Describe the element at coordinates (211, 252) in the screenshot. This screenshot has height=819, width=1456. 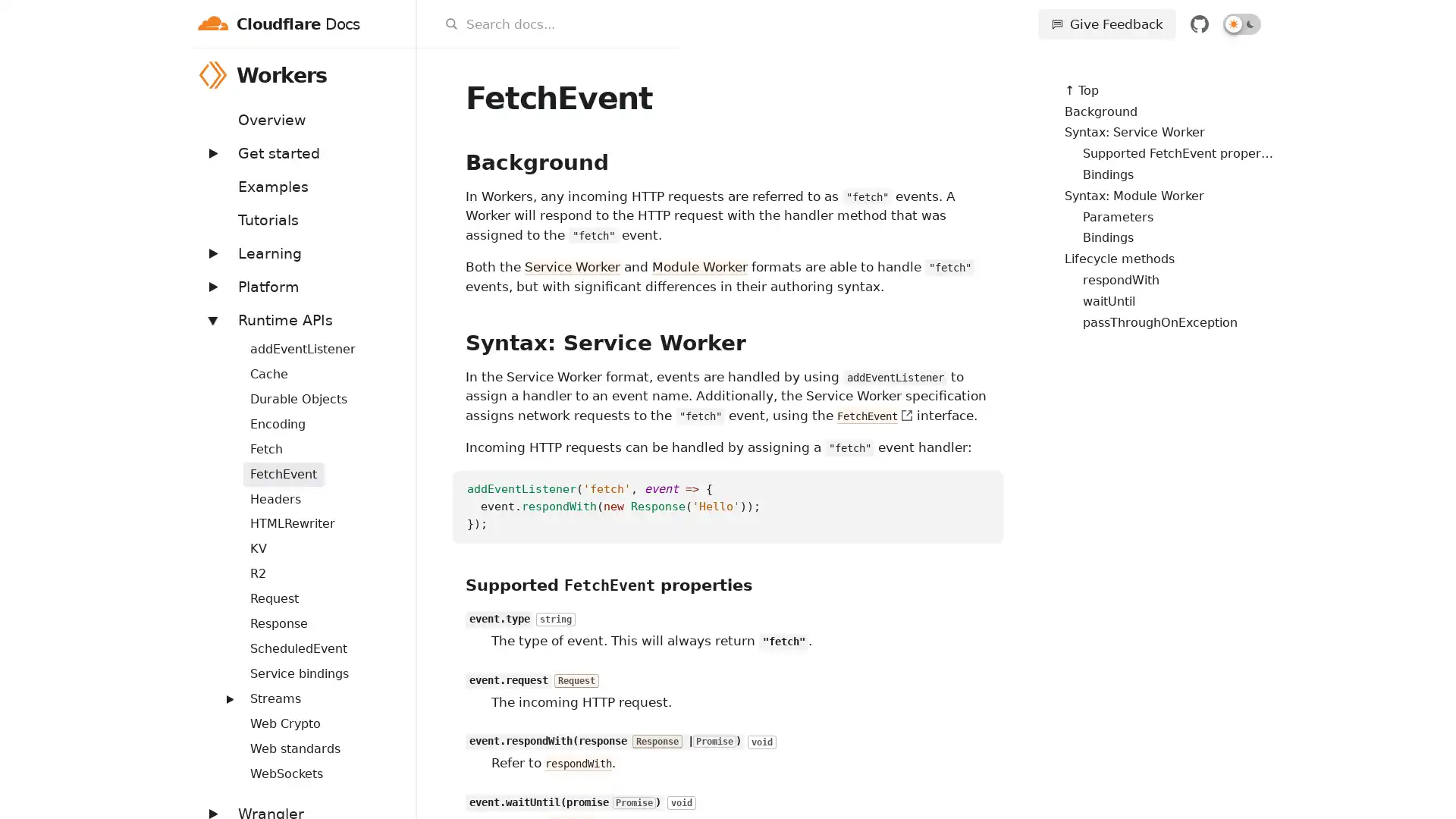
I see `Expand: Learning` at that location.